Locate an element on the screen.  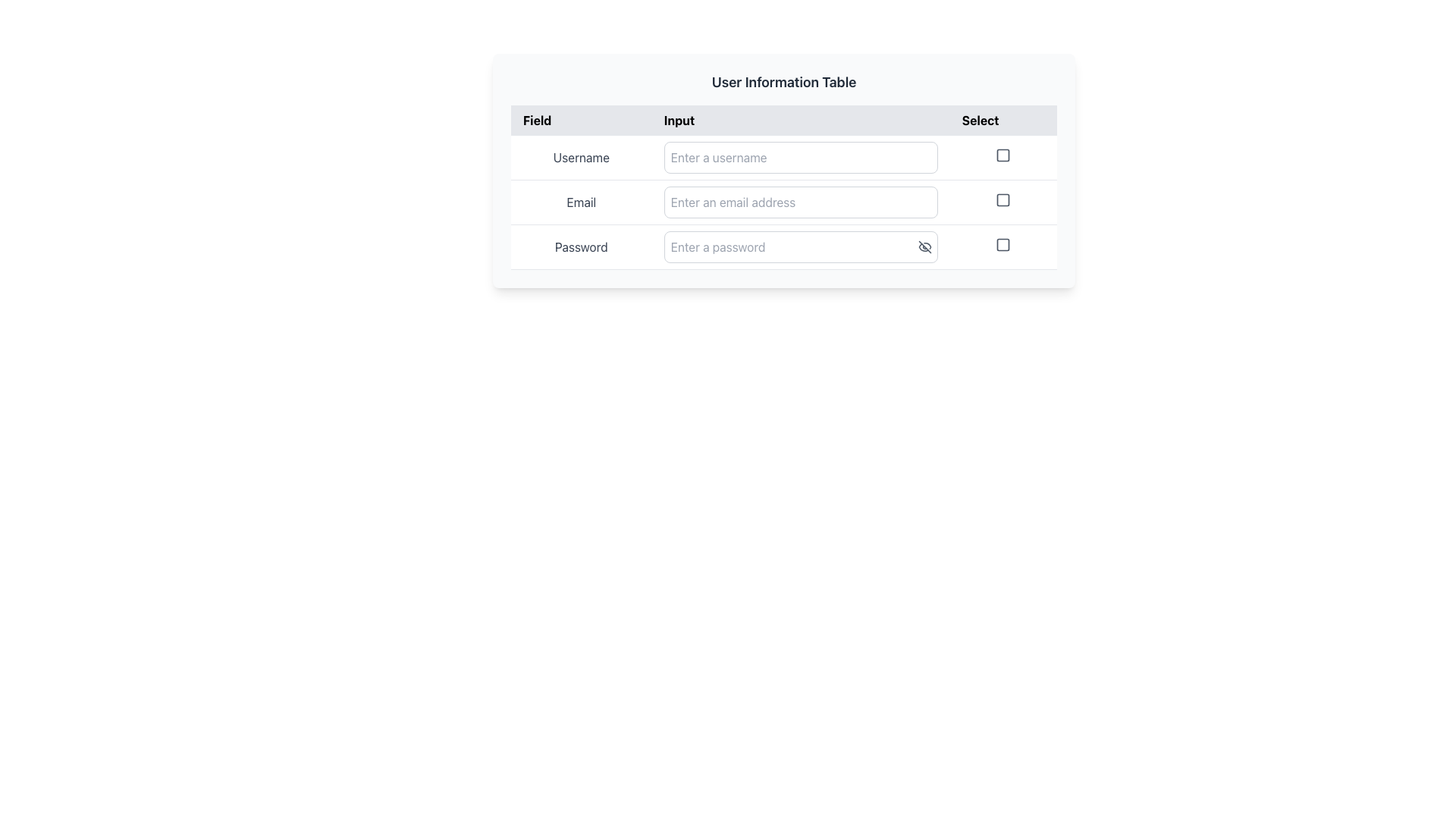
the email input field in the 'User Information Table' is located at coordinates (800, 201).